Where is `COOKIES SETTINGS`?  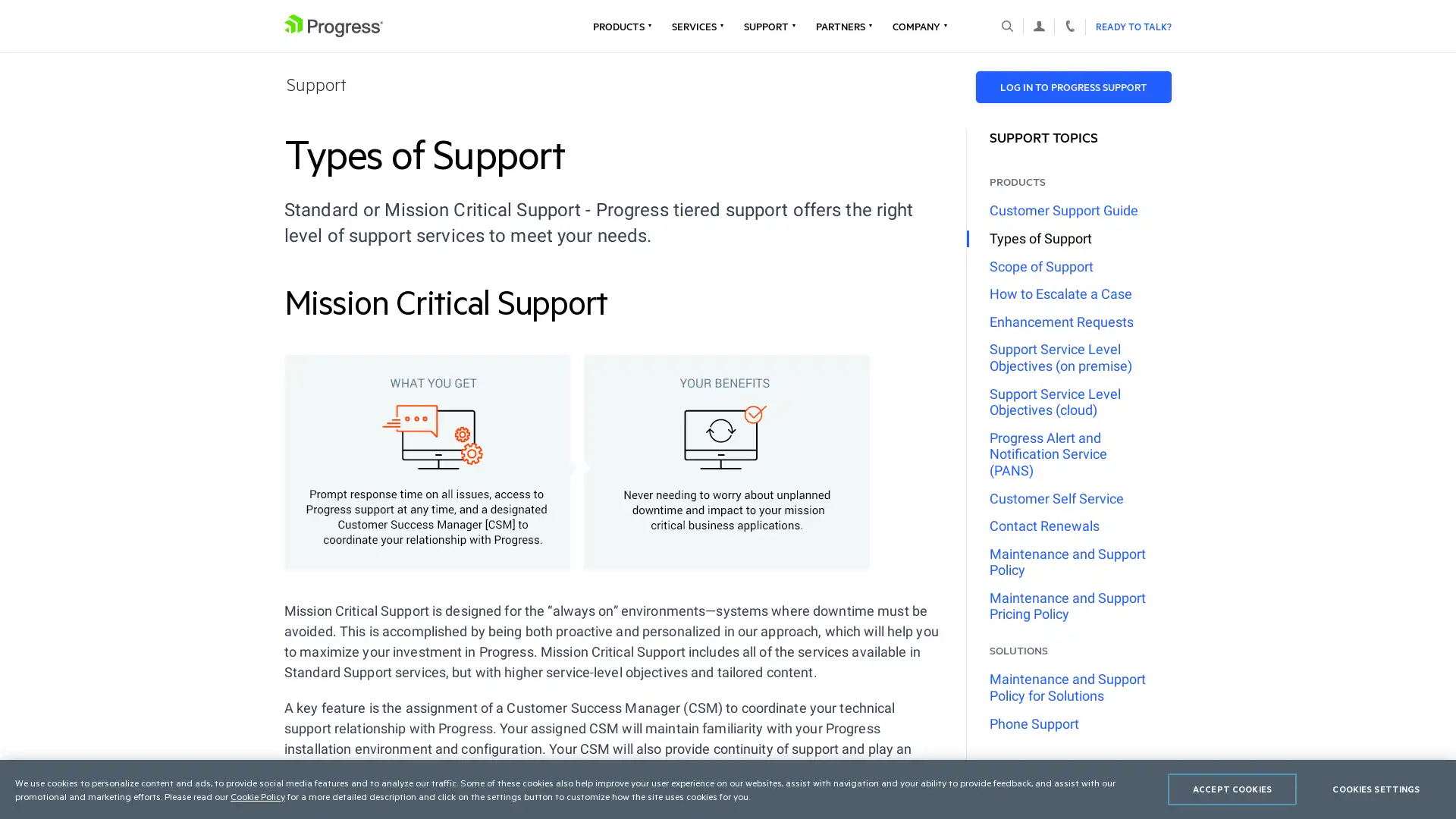
COOKIES SETTINGS is located at coordinates (1376, 789).